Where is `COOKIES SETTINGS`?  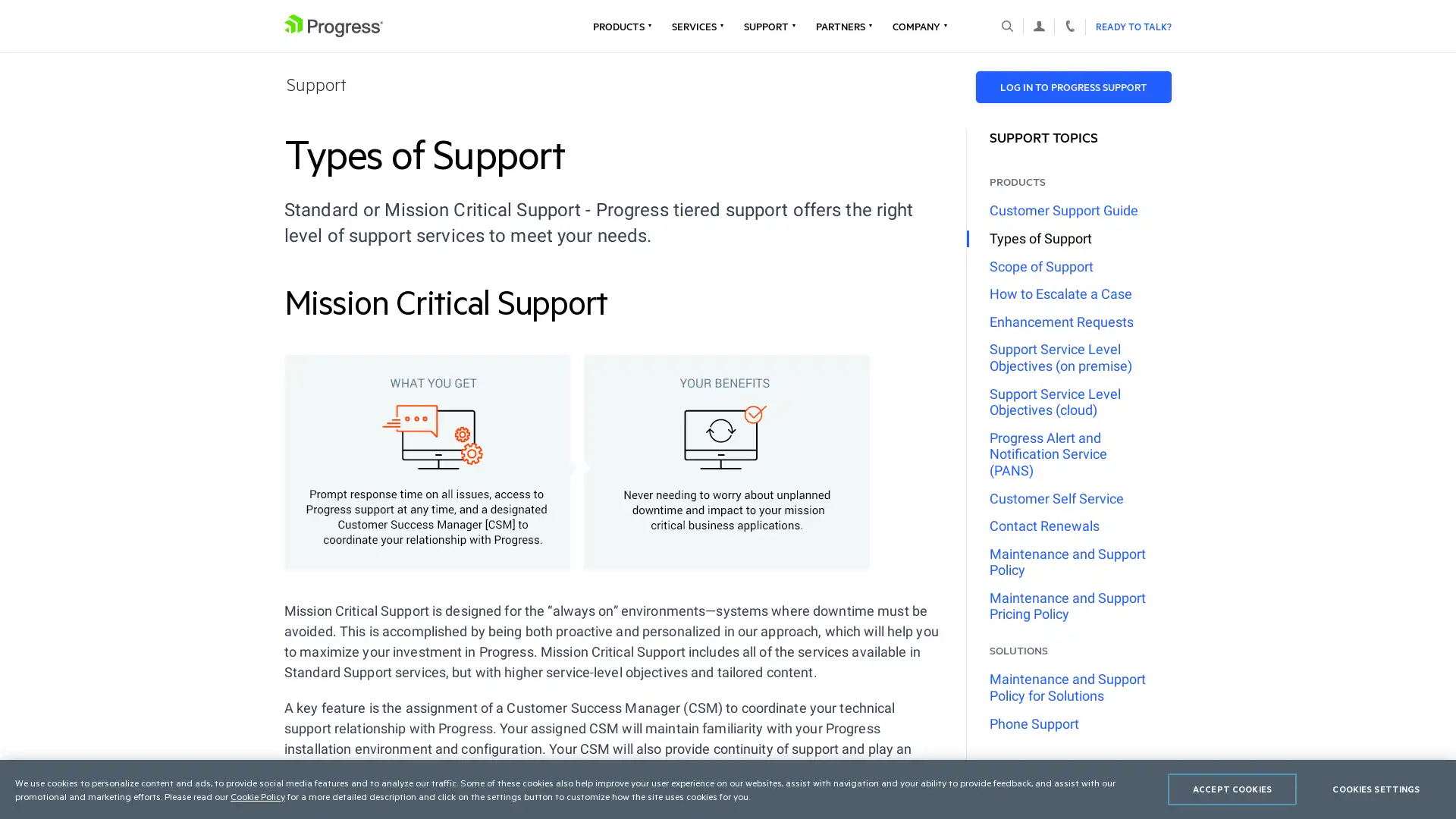
COOKIES SETTINGS is located at coordinates (1376, 789).